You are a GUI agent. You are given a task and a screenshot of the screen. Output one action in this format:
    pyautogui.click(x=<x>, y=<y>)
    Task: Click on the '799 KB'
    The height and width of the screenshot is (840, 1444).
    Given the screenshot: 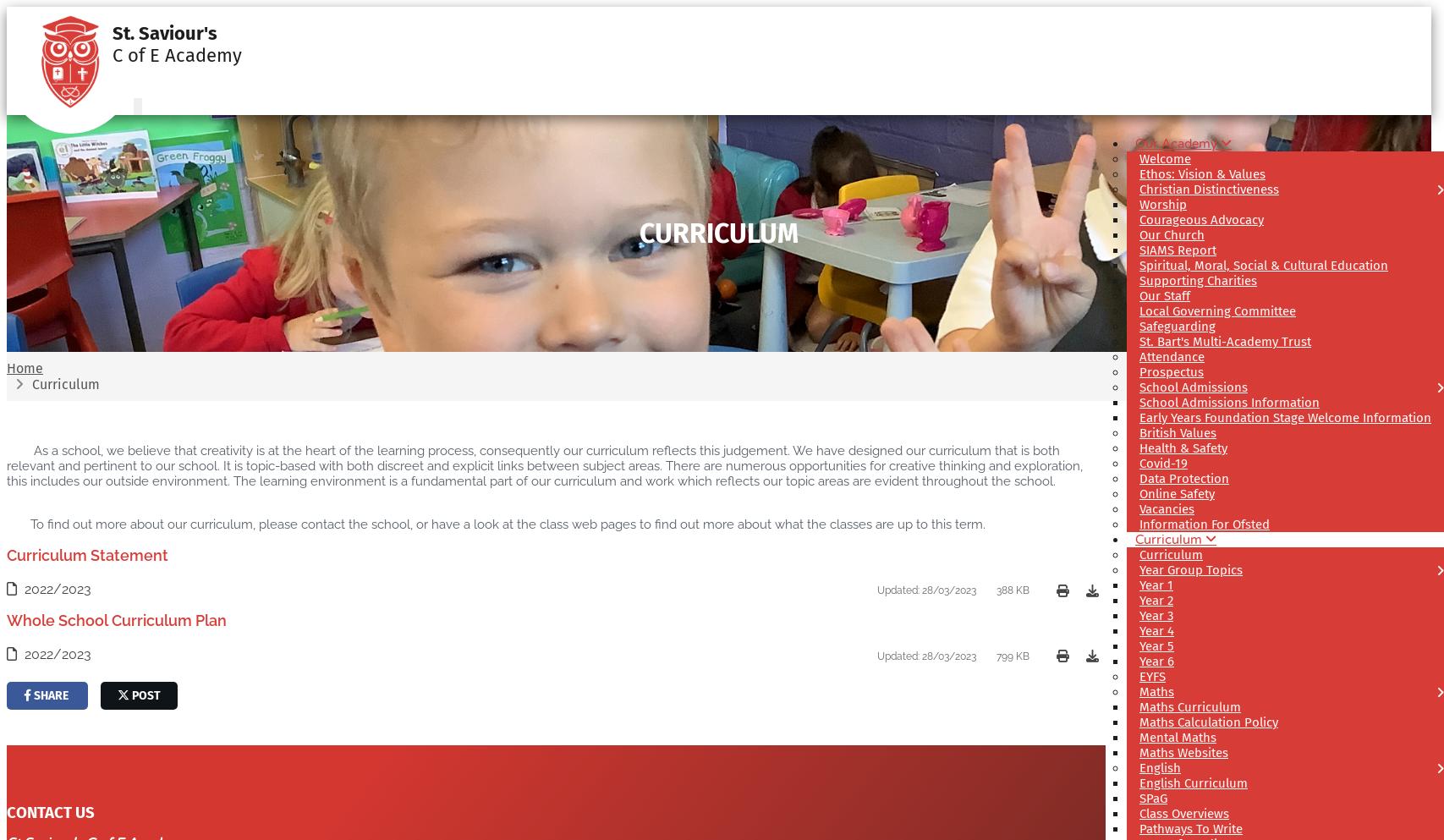 What is the action you would take?
    pyautogui.click(x=996, y=655)
    